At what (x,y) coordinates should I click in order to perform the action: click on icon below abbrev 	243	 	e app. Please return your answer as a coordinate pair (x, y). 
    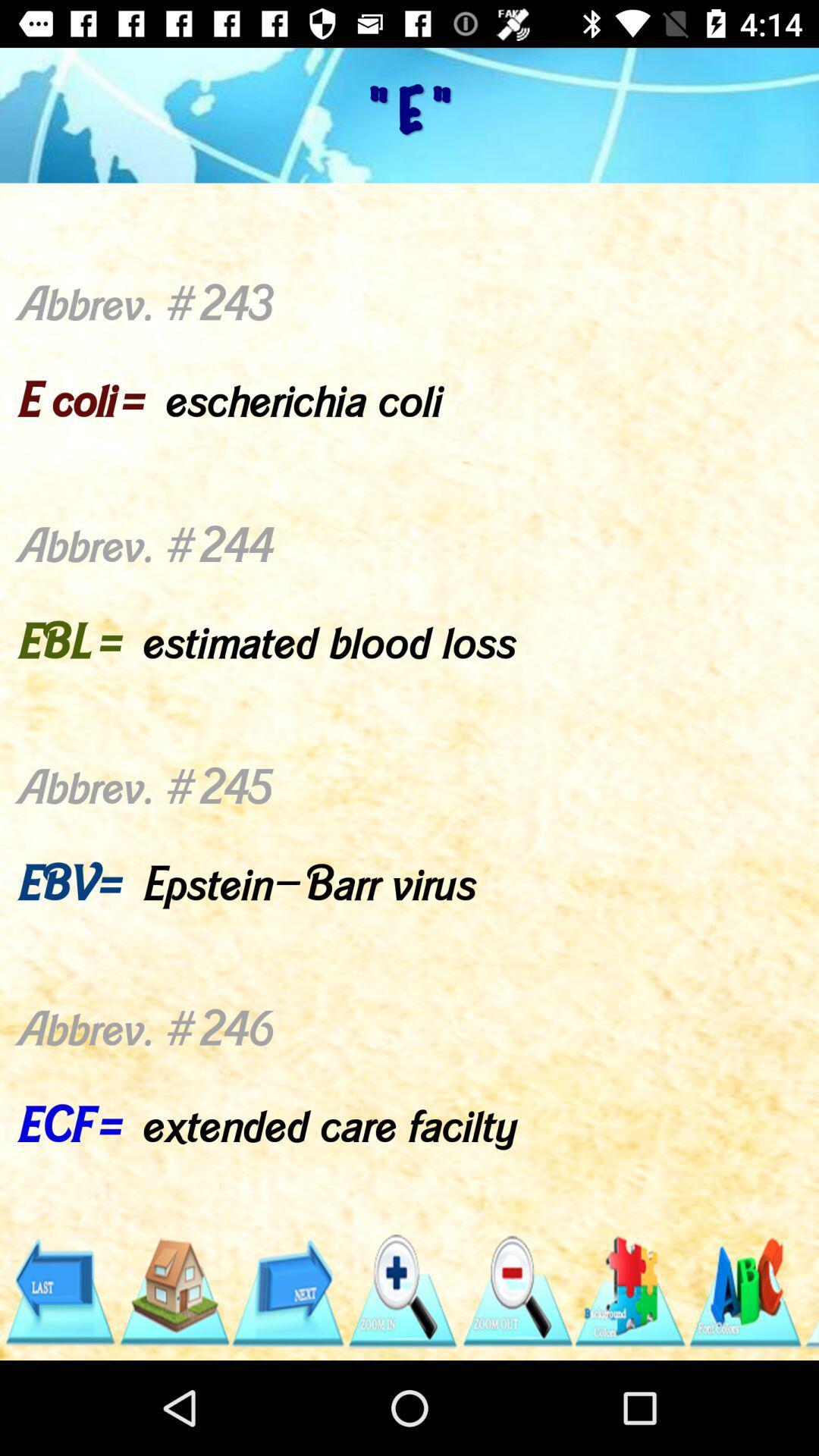
    Looking at the image, I should click on (810, 1291).